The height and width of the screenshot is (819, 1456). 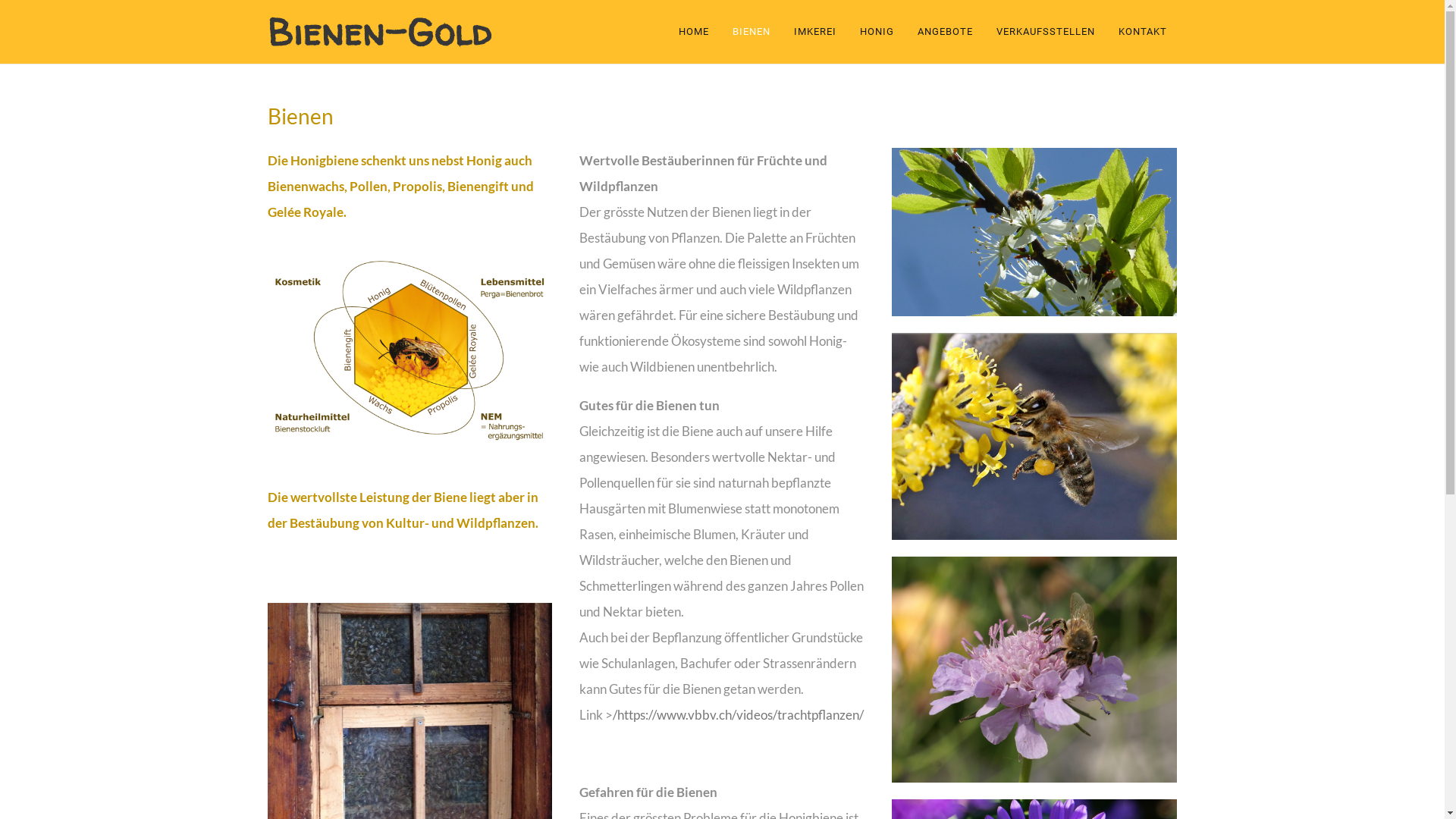 What do you see at coordinates (615, 714) in the screenshot?
I see `'/'` at bounding box center [615, 714].